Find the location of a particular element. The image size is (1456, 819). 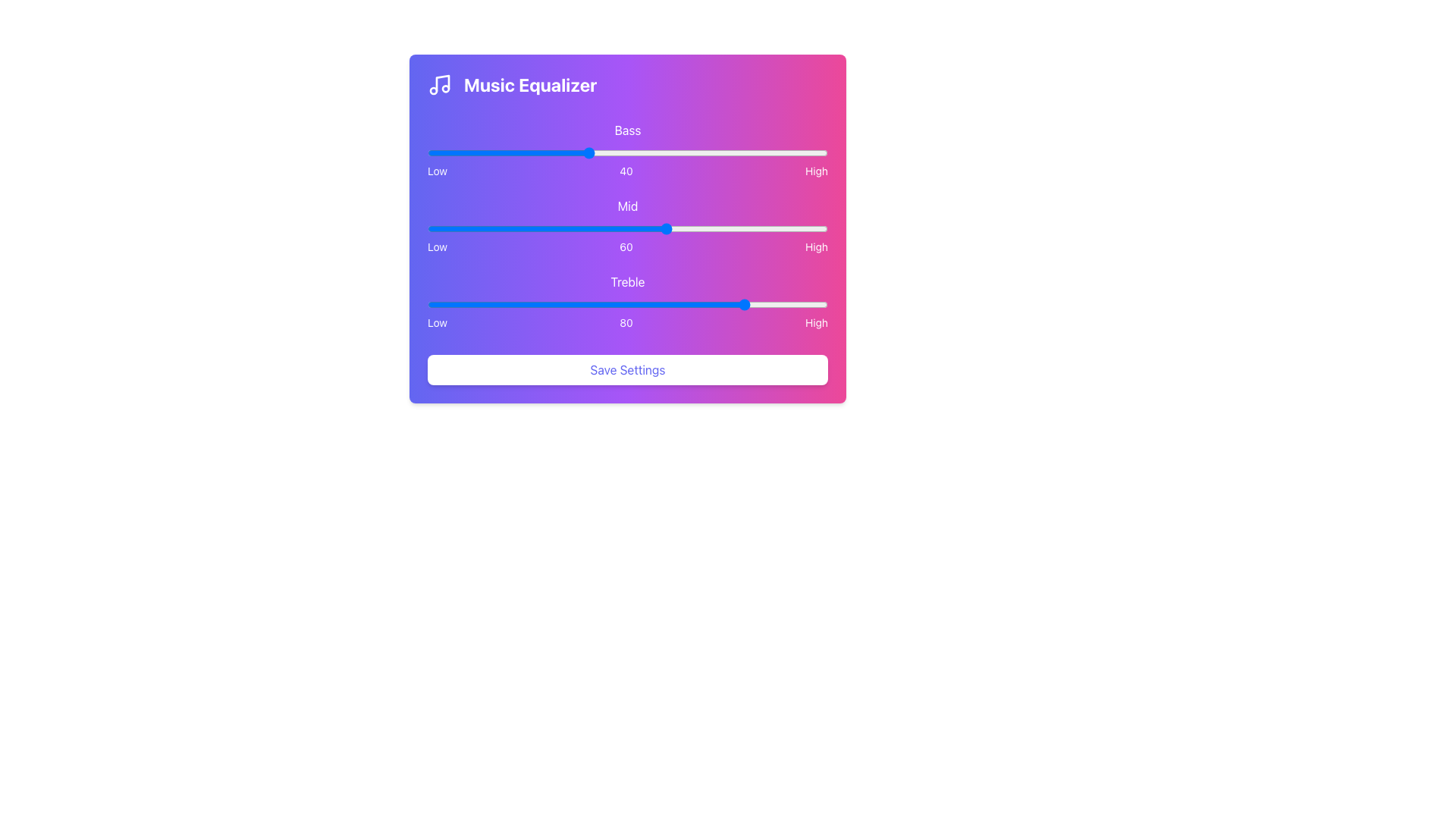

the 'Mid' slider is located at coordinates (776, 228).